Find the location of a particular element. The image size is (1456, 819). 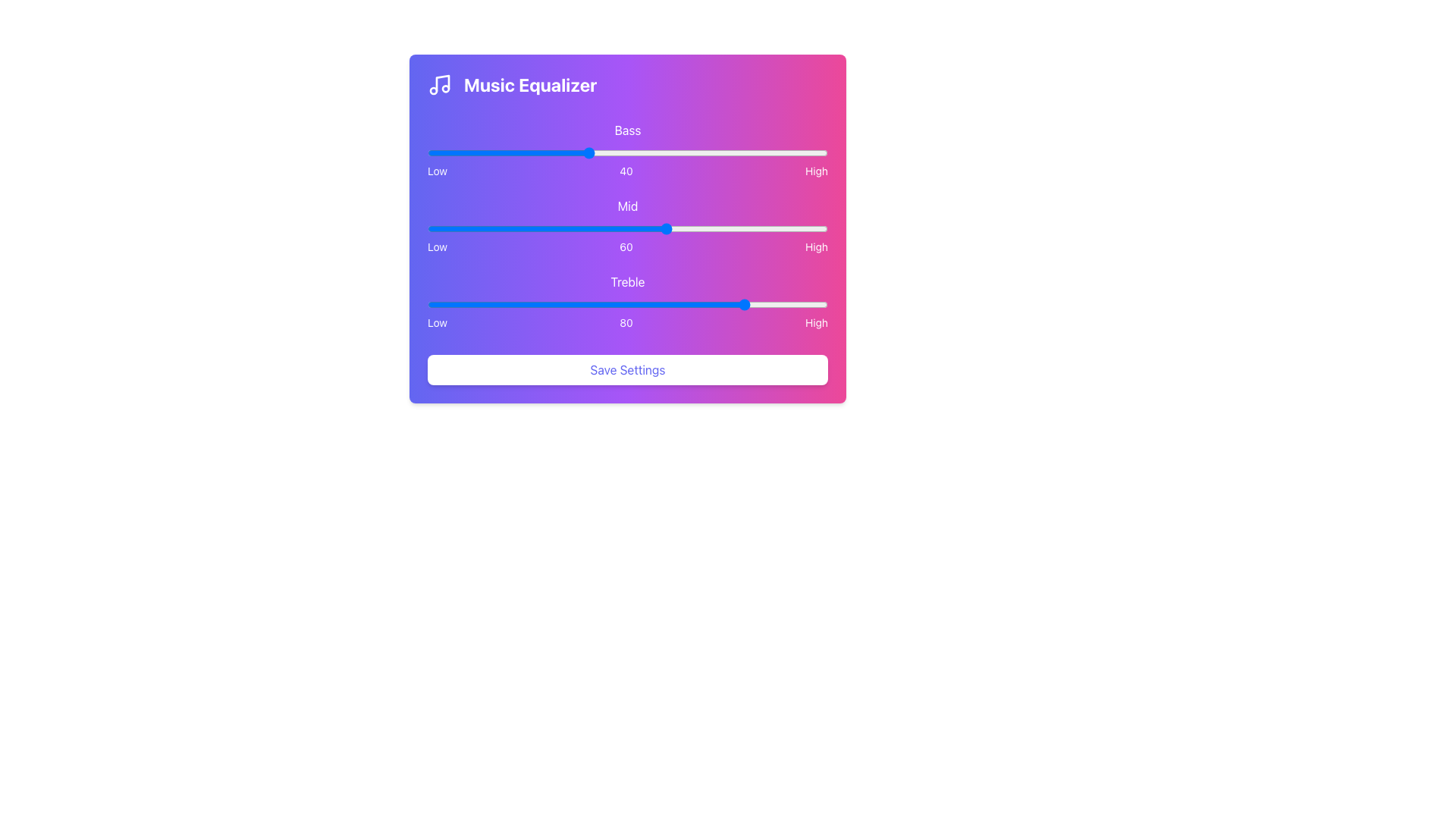

the 'Mid' slider is located at coordinates (776, 228).